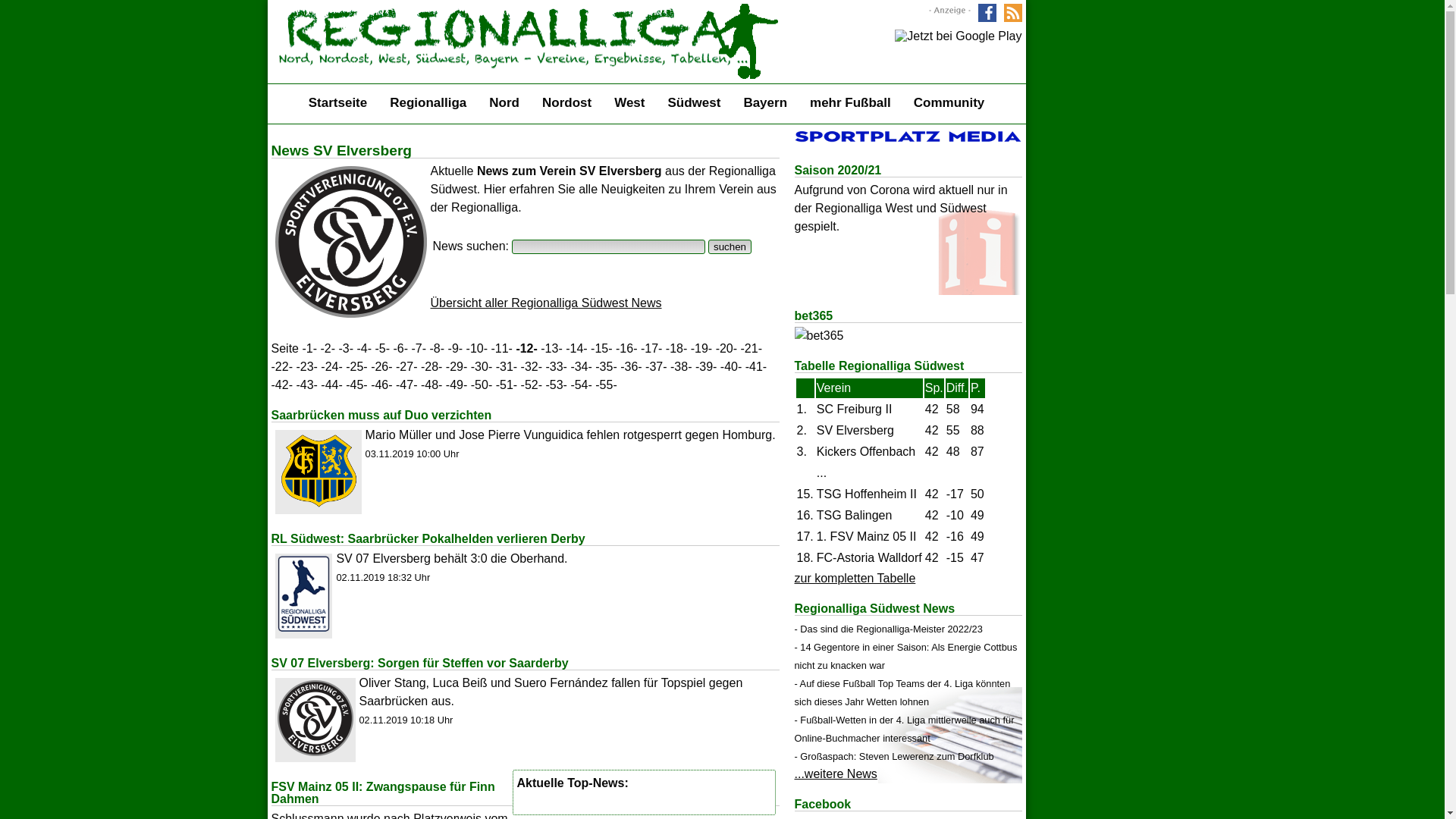 This screenshot has height=819, width=1456. I want to click on '-26-', so click(371, 366).